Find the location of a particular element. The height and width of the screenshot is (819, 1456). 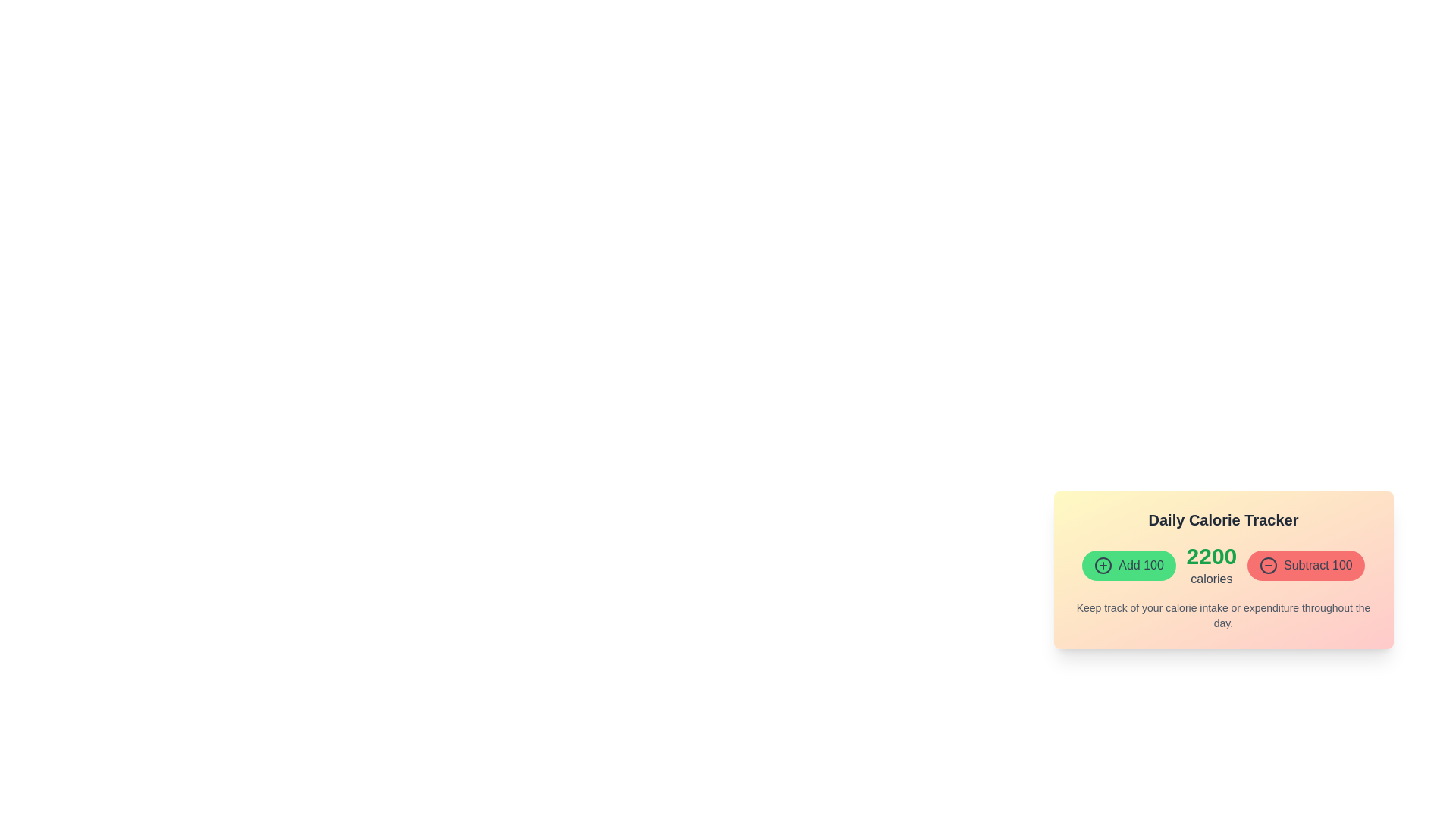

the Text Display element that shows the current total calorie count, located in the center of the 'Daily Calorie Tracker' component is located at coordinates (1223, 565).